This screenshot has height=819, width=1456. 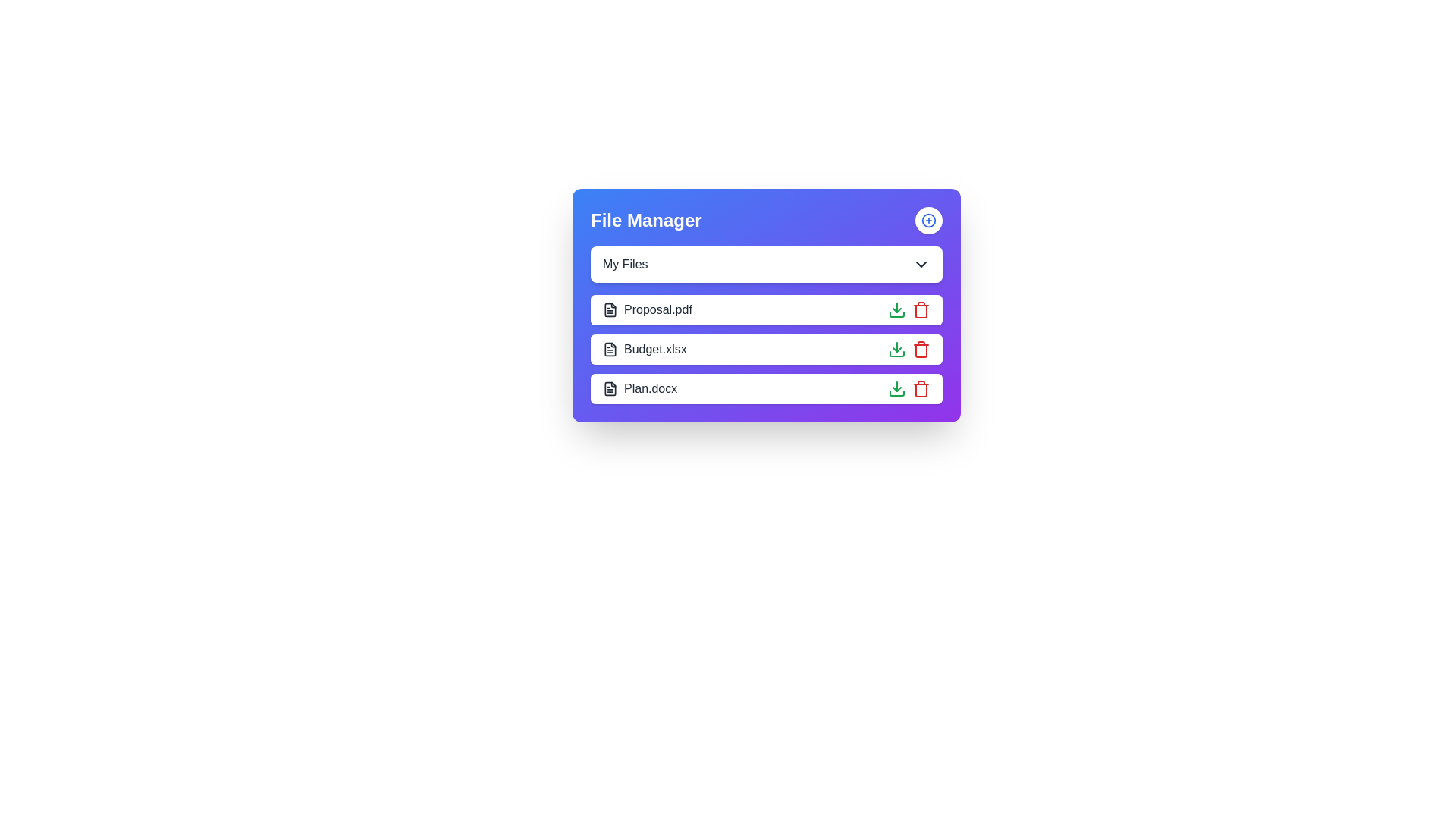 What do you see at coordinates (767, 350) in the screenshot?
I see `the file entry item titled 'Budget.xlsx'` at bounding box center [767, 350].